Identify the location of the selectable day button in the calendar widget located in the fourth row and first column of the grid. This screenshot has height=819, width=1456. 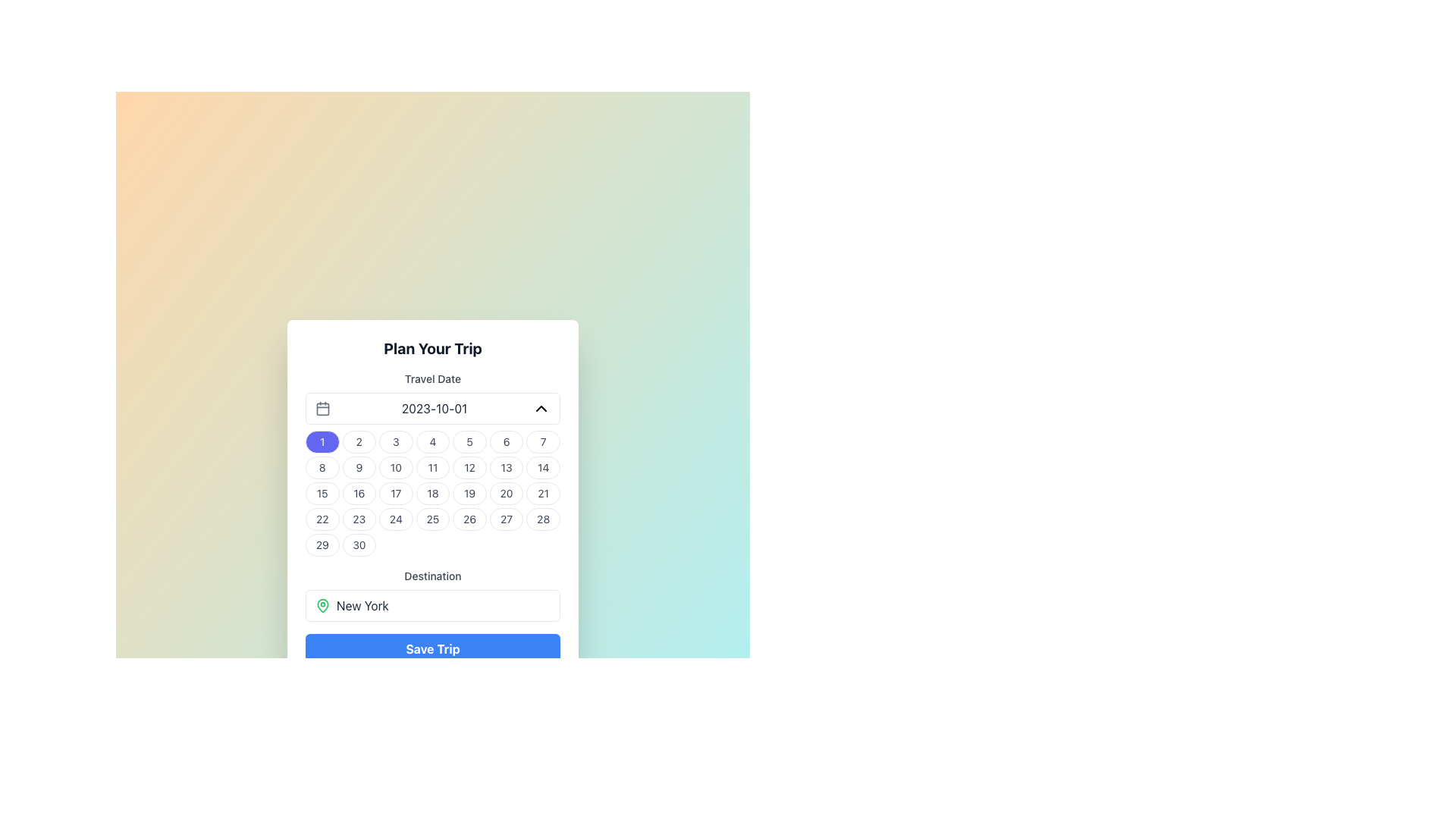
(322, 519).